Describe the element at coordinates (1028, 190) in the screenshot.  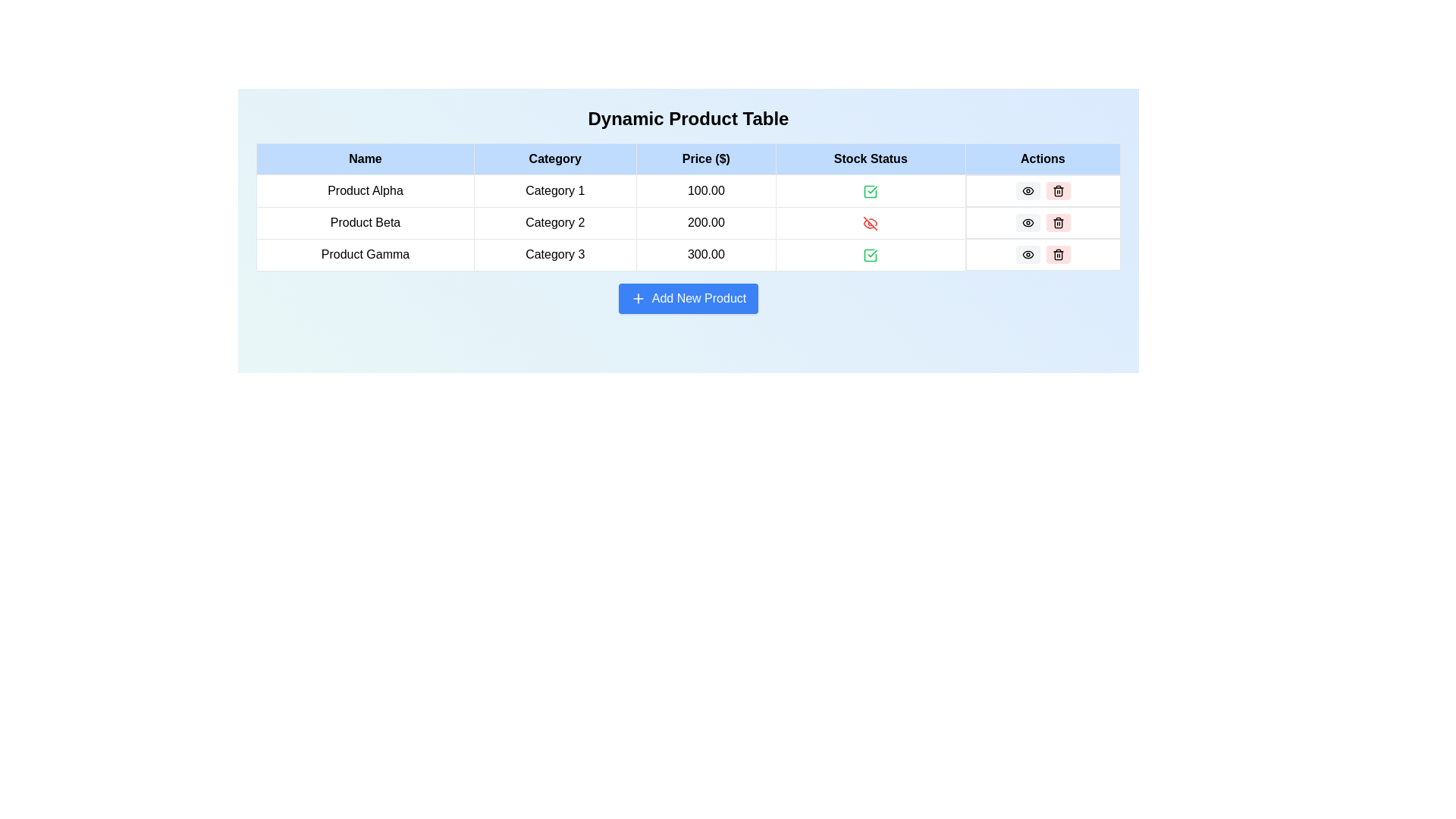
I see `the visibility toggle icon button located in the 'Actions' column of the second row in the table, which is the leftmost icon next to the delete icon` at that location.